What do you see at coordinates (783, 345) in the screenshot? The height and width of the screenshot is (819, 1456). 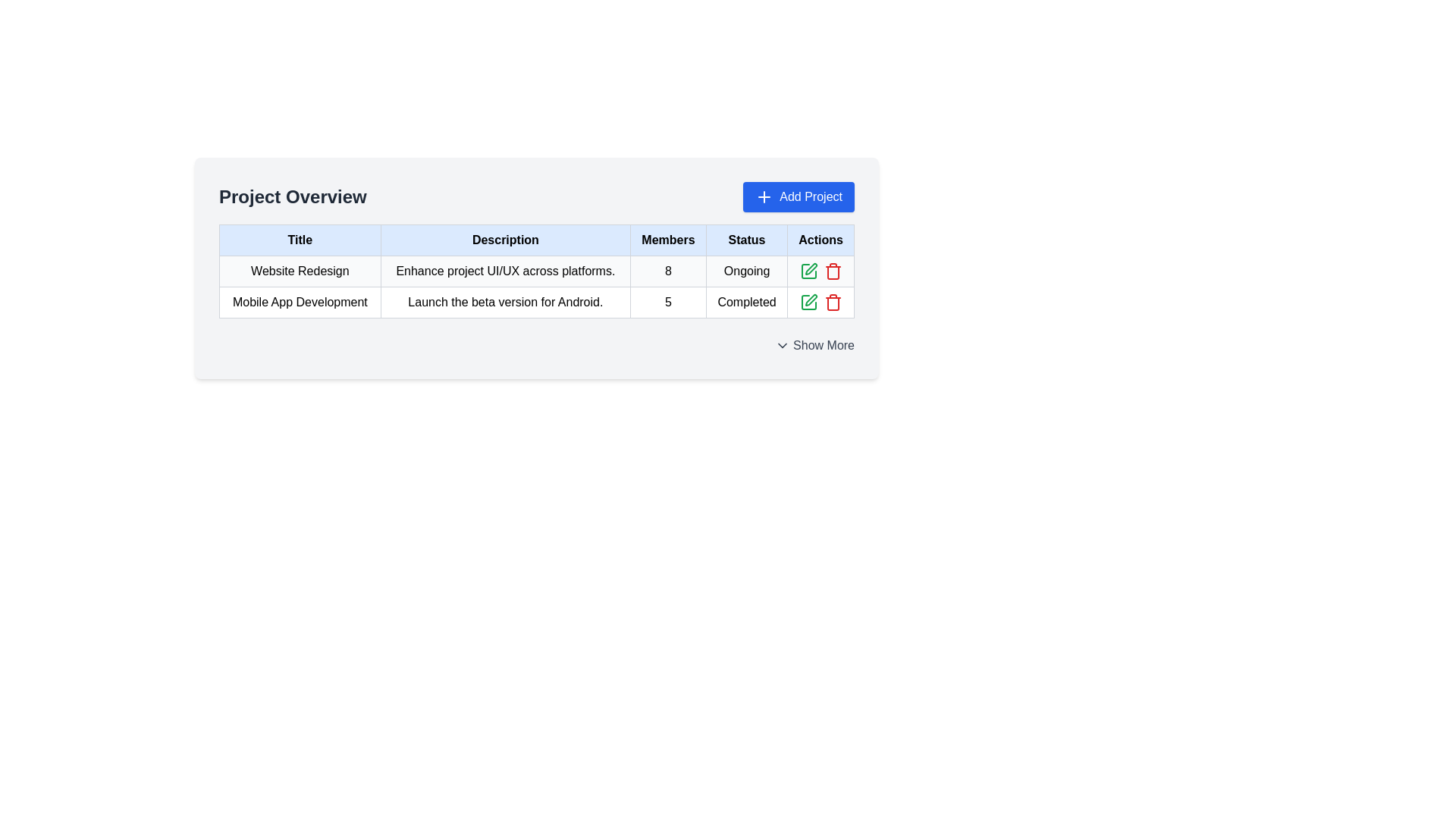 I see `the Chevron Down icon located to the right of 'Show More' in the bottom-right corner of the visible card interface` at bounding box center [783, 345].